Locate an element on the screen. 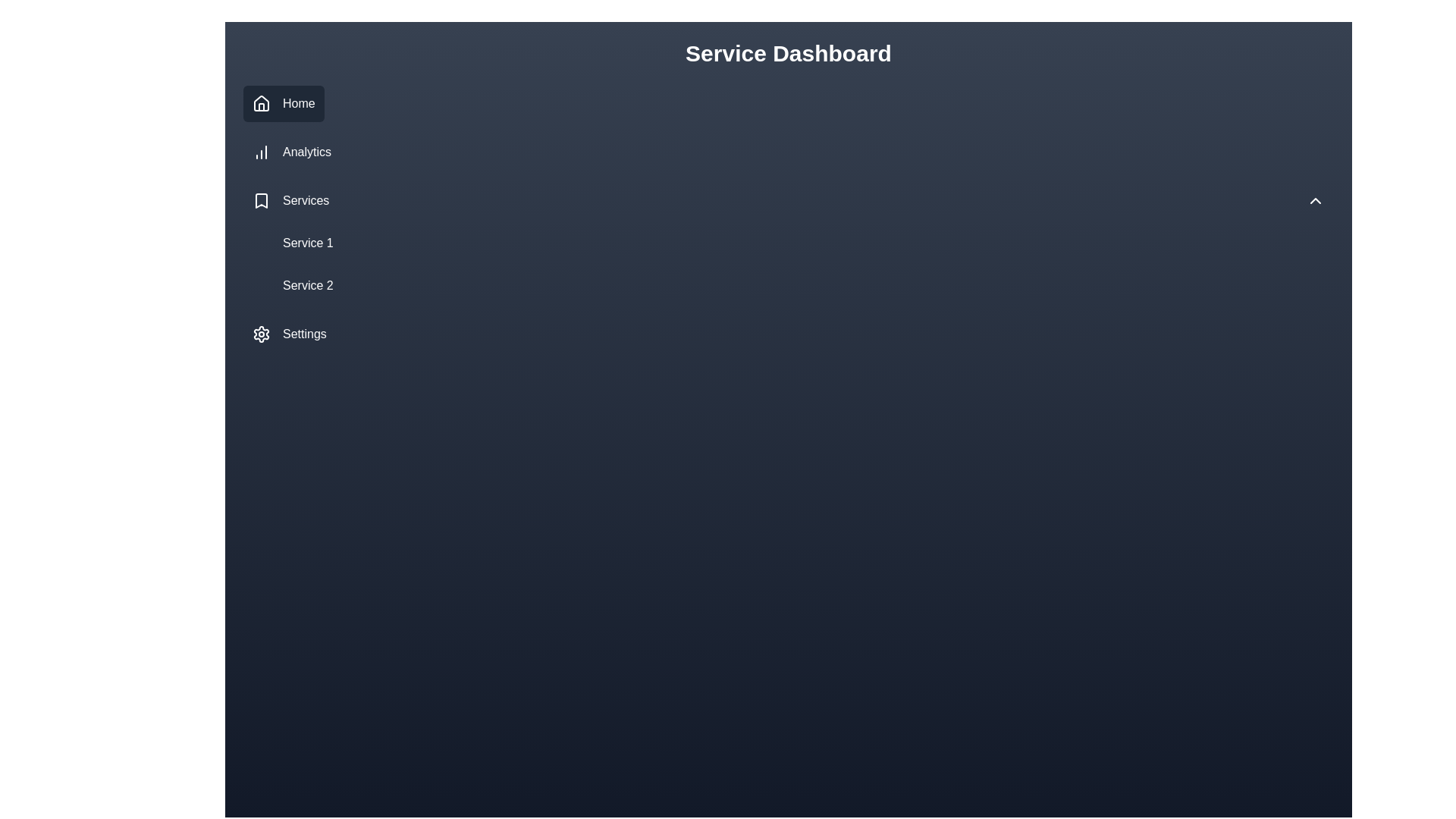 This screenshot has height=819, width=1456. the 'Analytics' icon located in the left sidebar menu, directly to the left of the text label 'Analytics' is located at coordinates (262, 152).